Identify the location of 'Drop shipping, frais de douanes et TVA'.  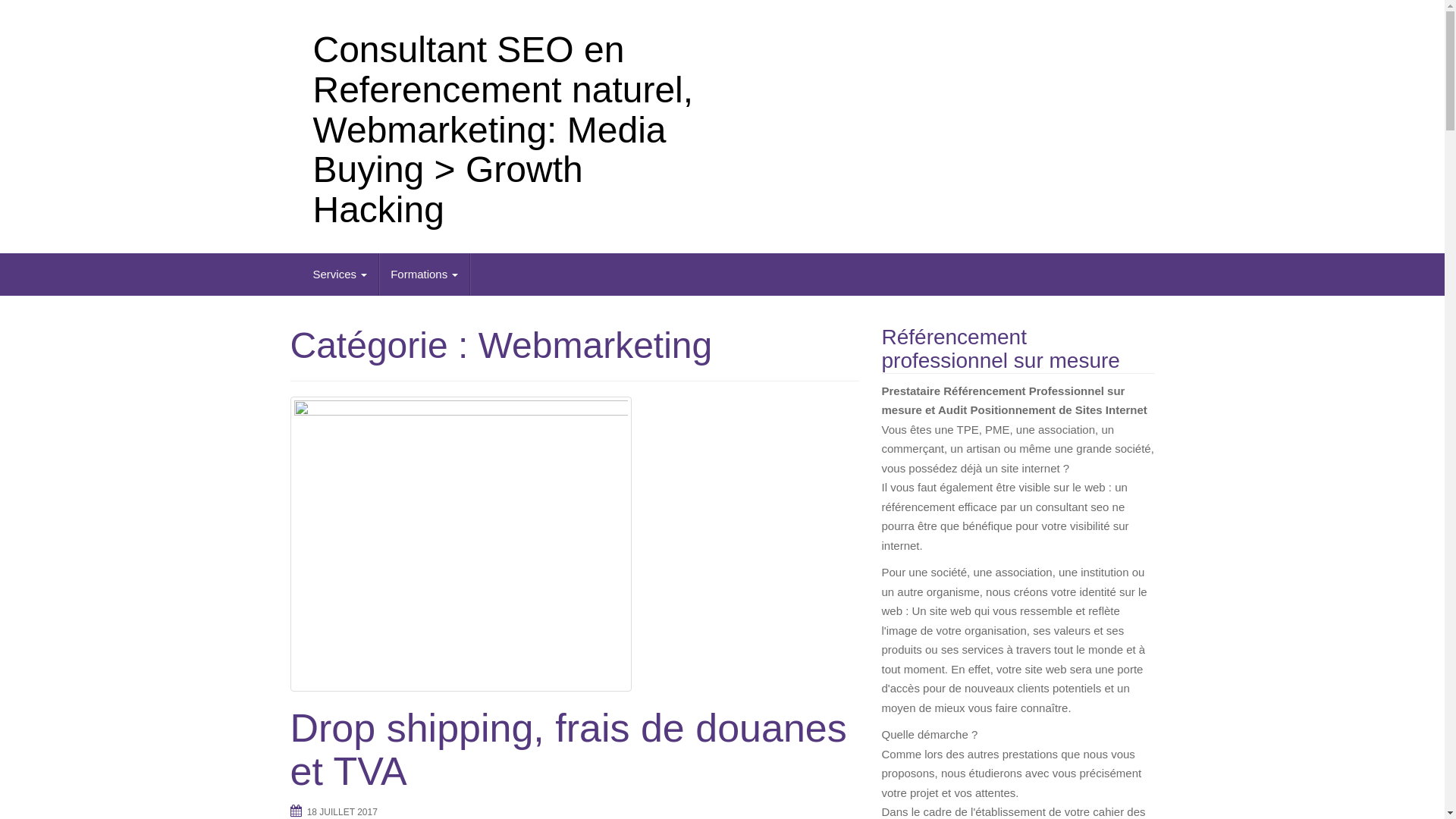
(290, 748).